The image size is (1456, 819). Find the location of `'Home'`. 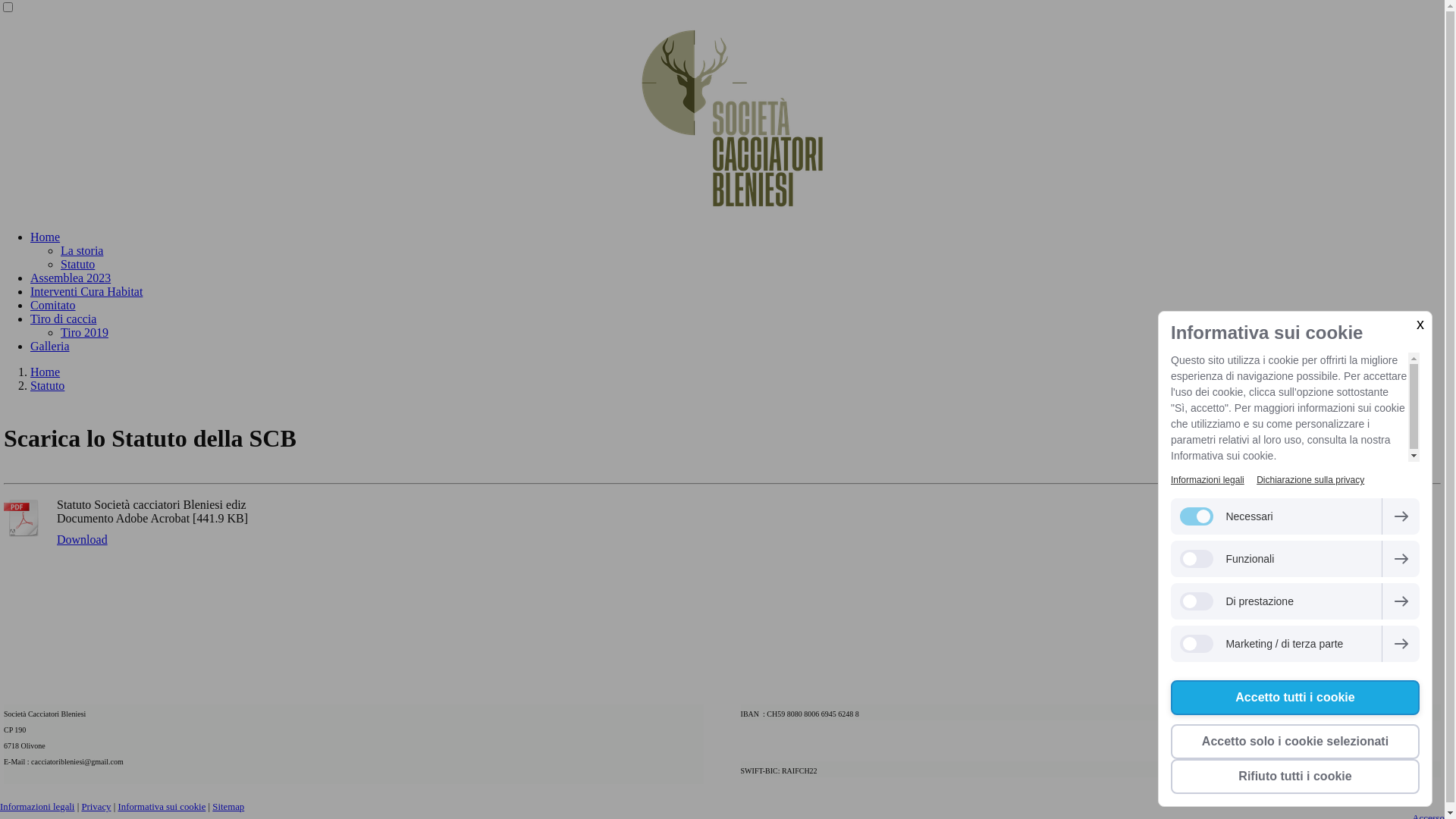

'Home' is located at coordinates (45, 237).